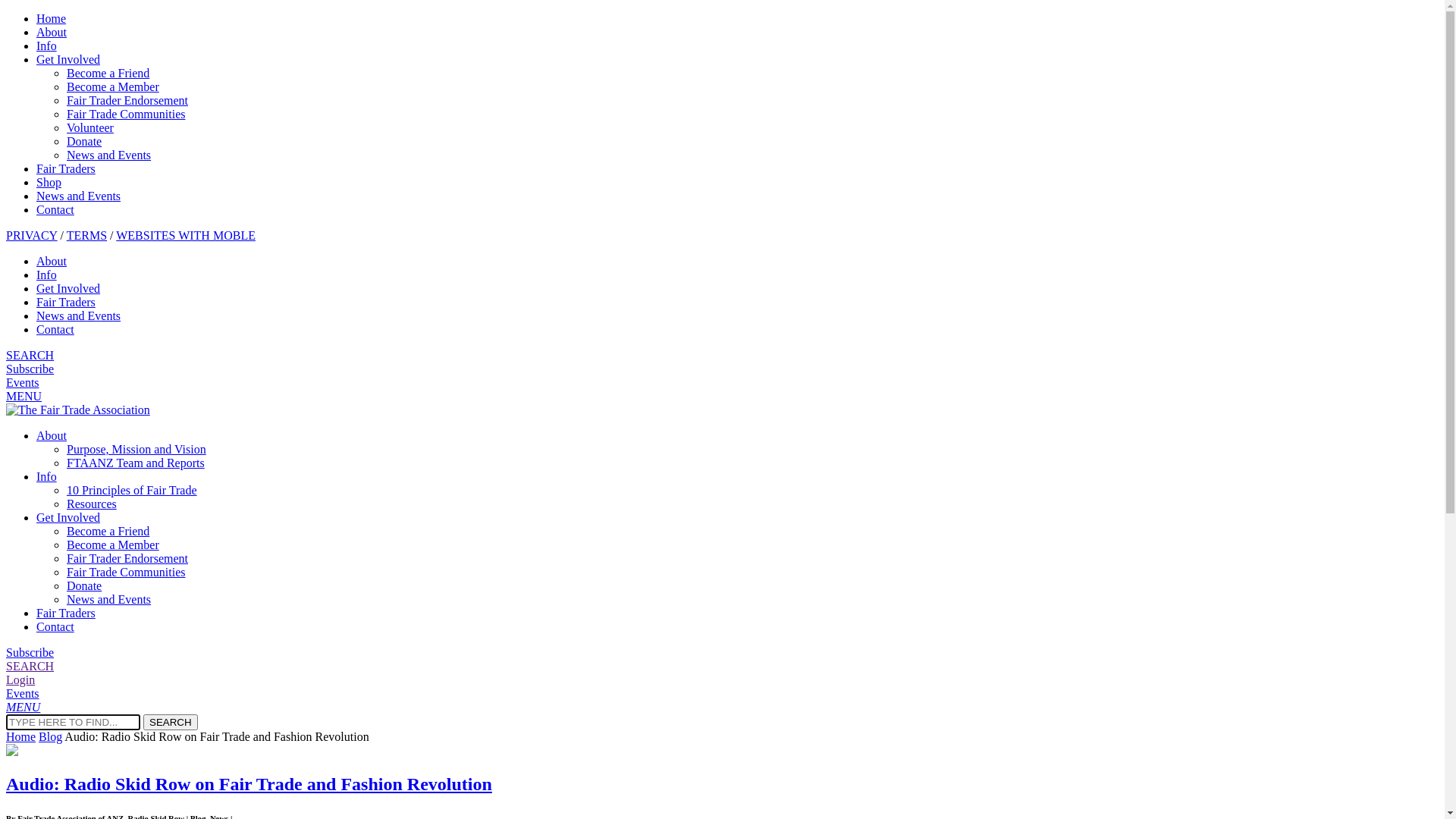  What do you see at coordinates (126, 572) in the screenshot?
I see `'Fair Trade Communities'` at bounding box center [126, 572].